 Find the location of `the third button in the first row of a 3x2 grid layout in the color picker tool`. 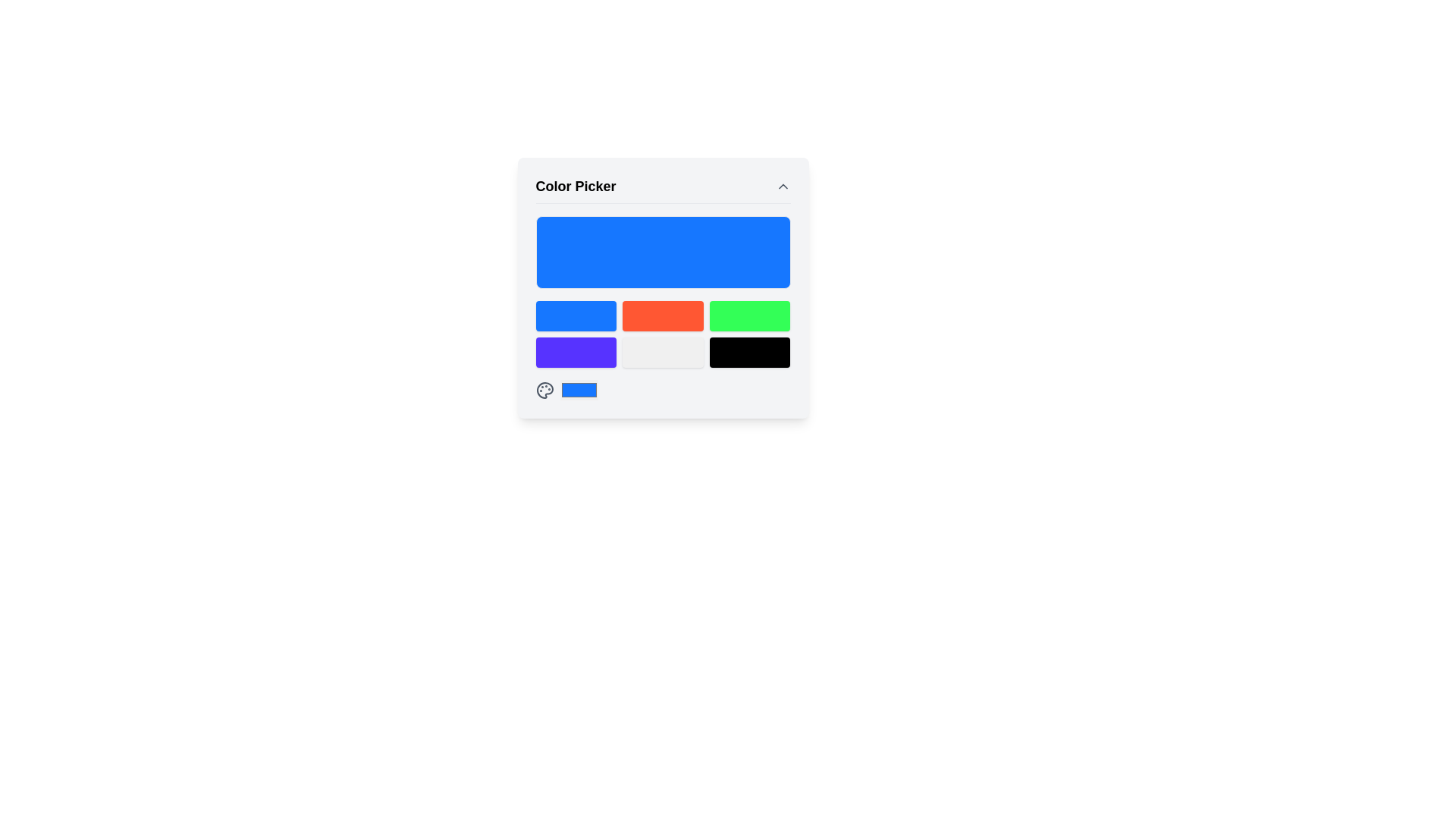

the third button in the first row of a 3x2 grid layout in the color picker tool is located at coordinates (750, 315).